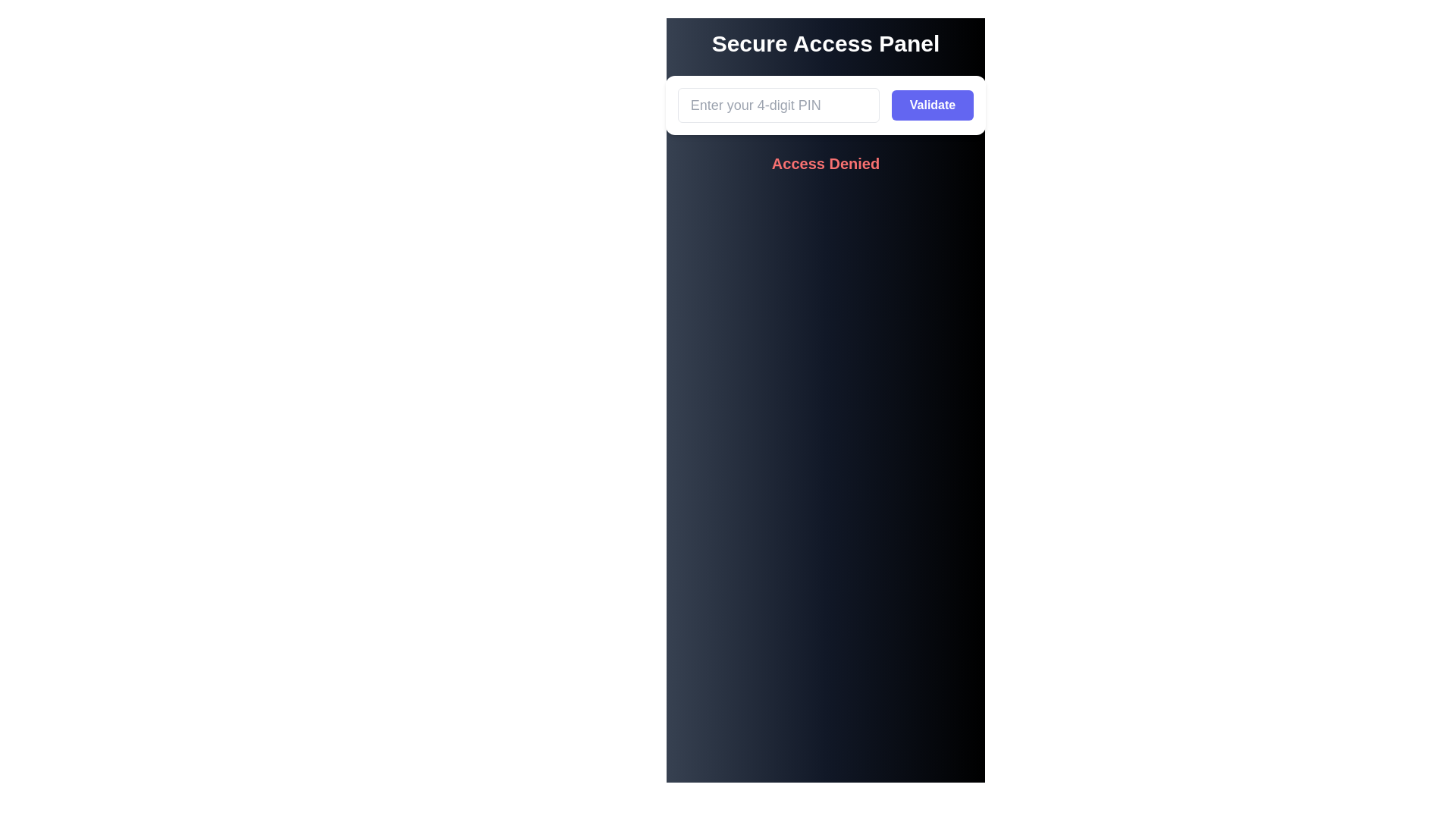 The image size is (1456, 819). I want to click on the text input field of the secure access form located below the 'Secure Access Panel' heading to start typing the four-digit PIN, so click(825, 104).